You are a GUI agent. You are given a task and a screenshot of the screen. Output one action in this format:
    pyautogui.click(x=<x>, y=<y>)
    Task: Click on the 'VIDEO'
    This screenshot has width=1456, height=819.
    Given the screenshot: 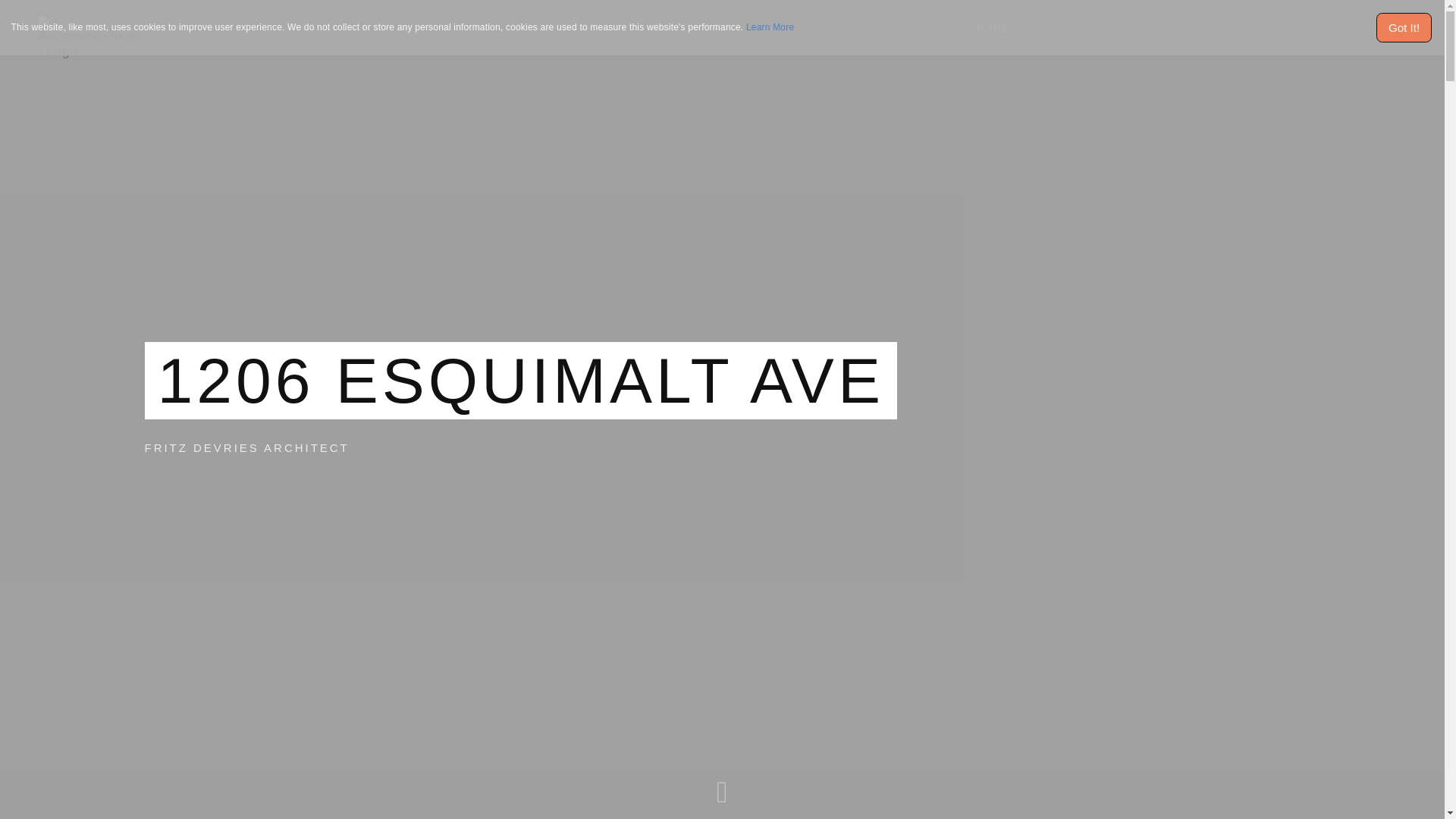 What is the action you would take?
    pyautogui.click(x=1211, y=28)
    